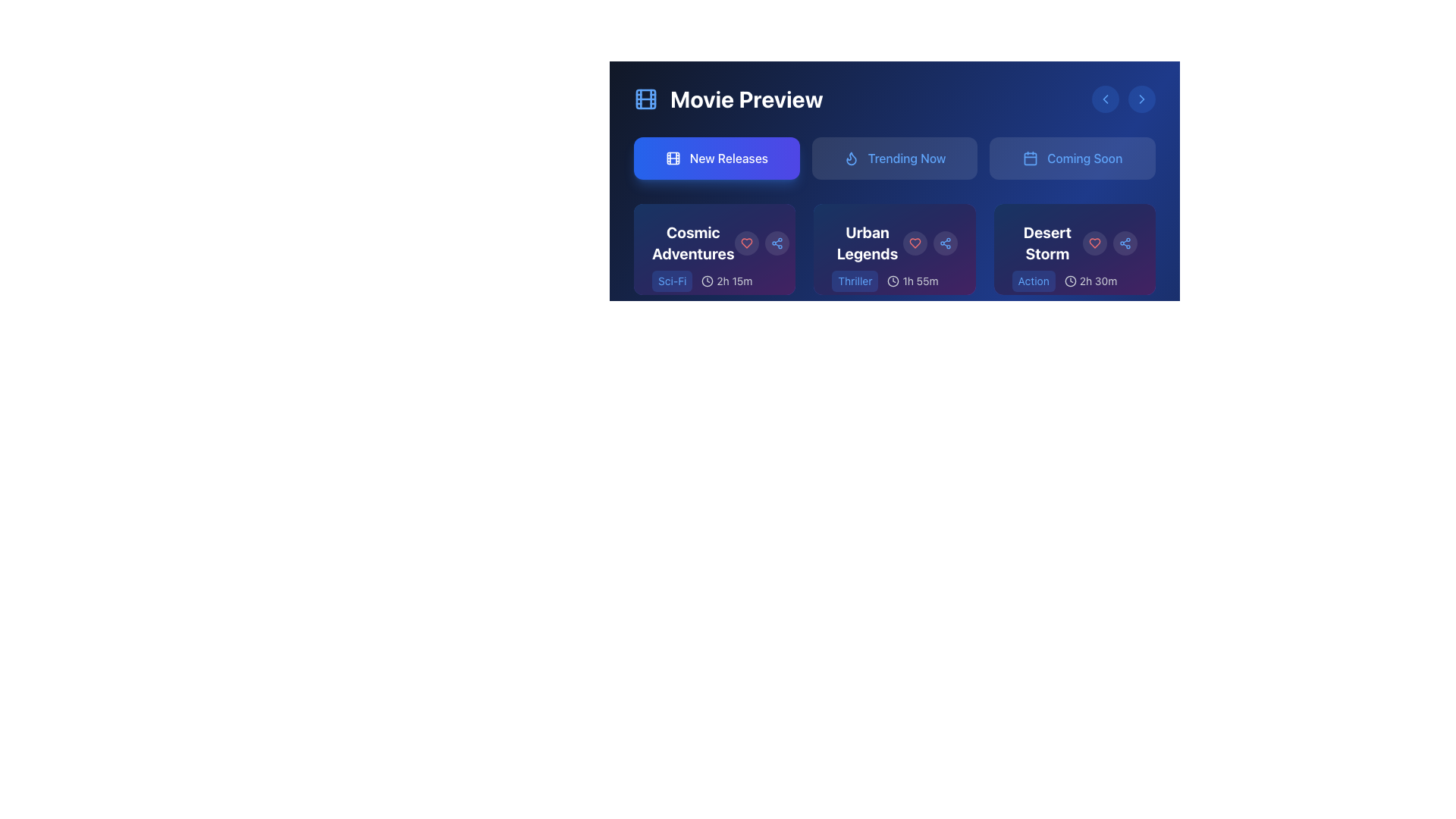  Describe the element at coordinates (893, 281) in the screenshot. I see `the circular SVG shape that serves as a decorative component for the clock icon within the 'Urban Legends' card component` at that location.